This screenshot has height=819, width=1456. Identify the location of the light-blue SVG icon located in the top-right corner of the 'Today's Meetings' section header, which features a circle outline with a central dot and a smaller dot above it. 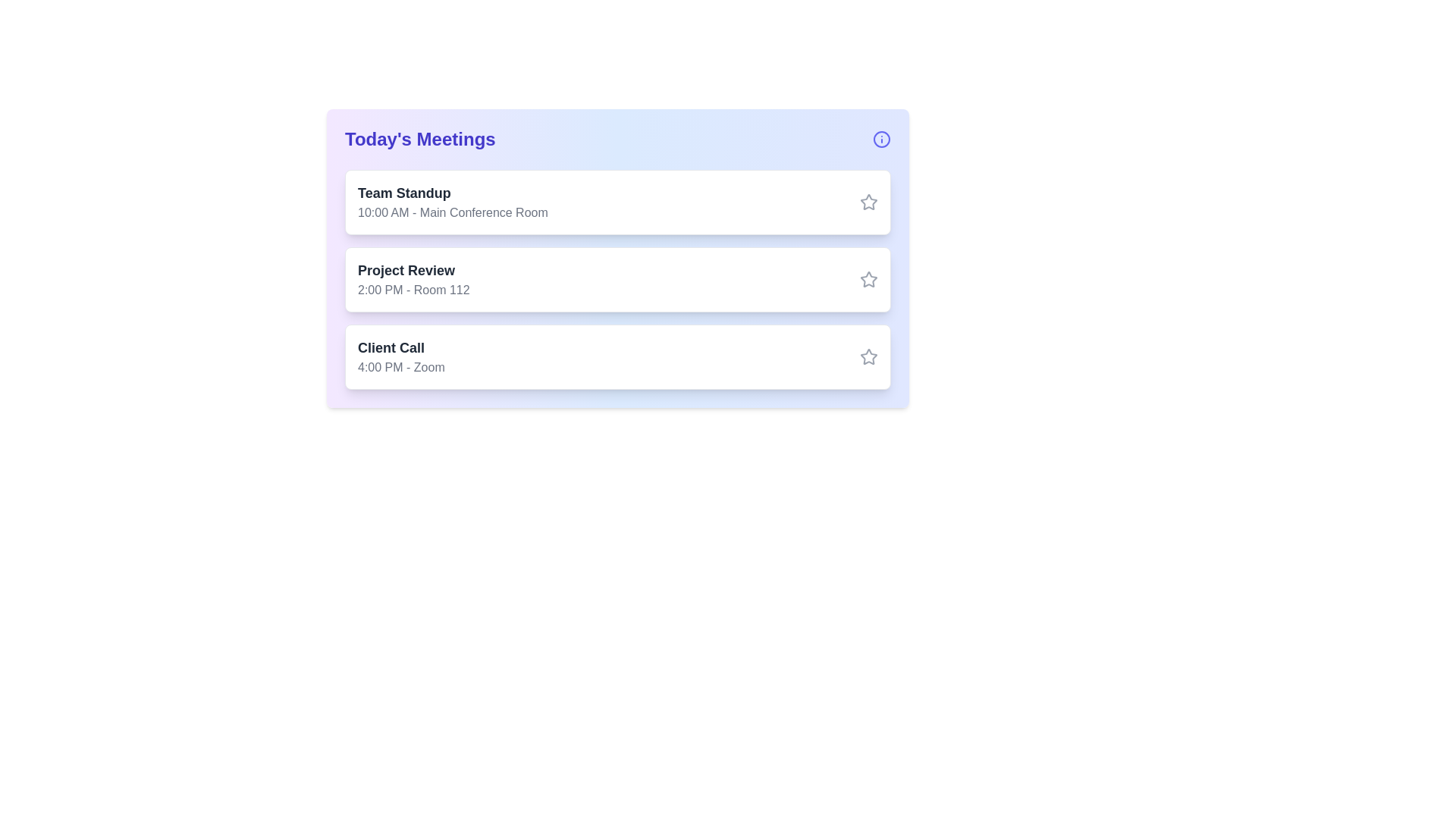
(881, 140).